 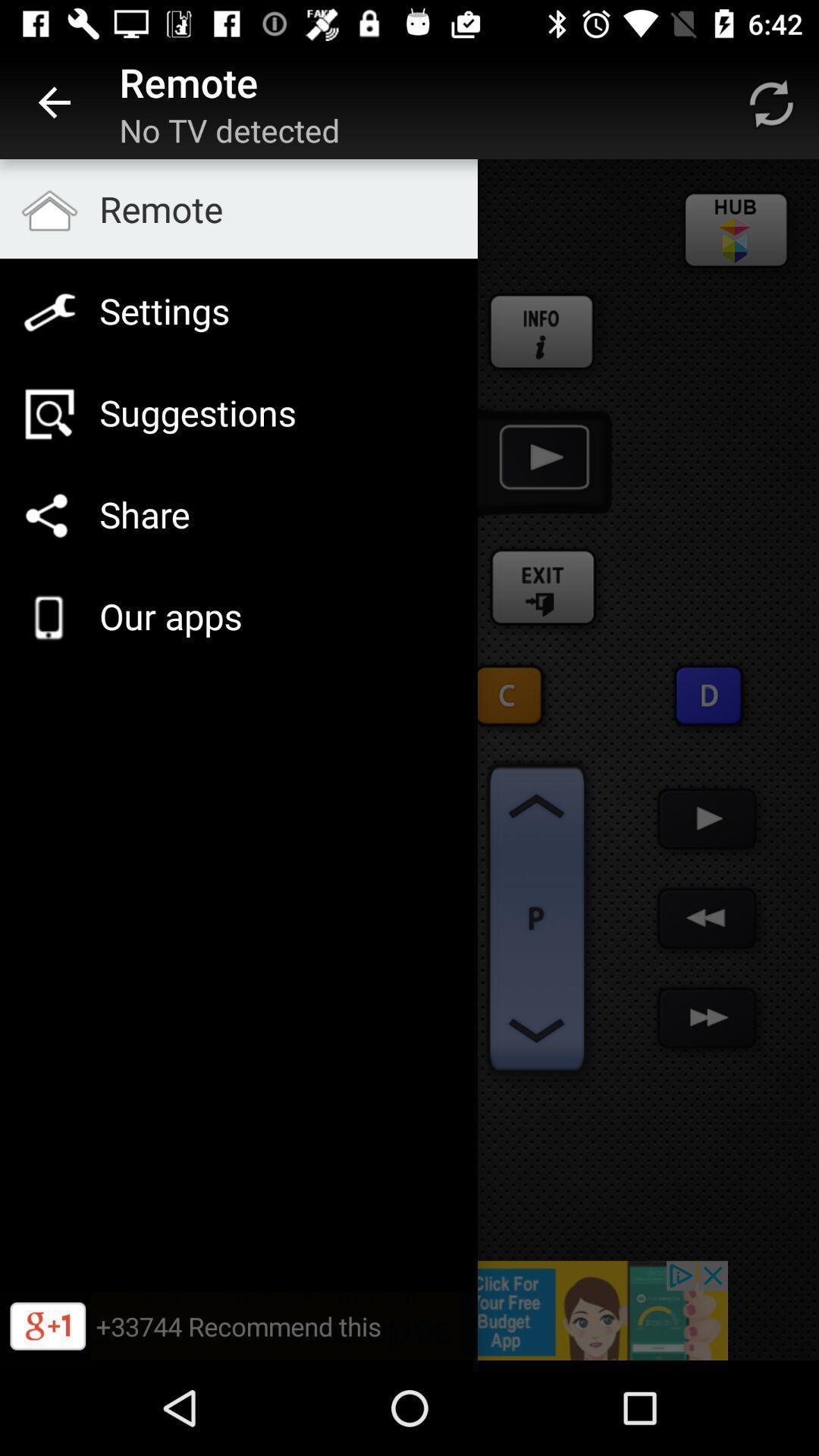 What do you see at coordinates (708, 695) in the screenshot?
I see `the play icon` at bounding box center [708, 695].